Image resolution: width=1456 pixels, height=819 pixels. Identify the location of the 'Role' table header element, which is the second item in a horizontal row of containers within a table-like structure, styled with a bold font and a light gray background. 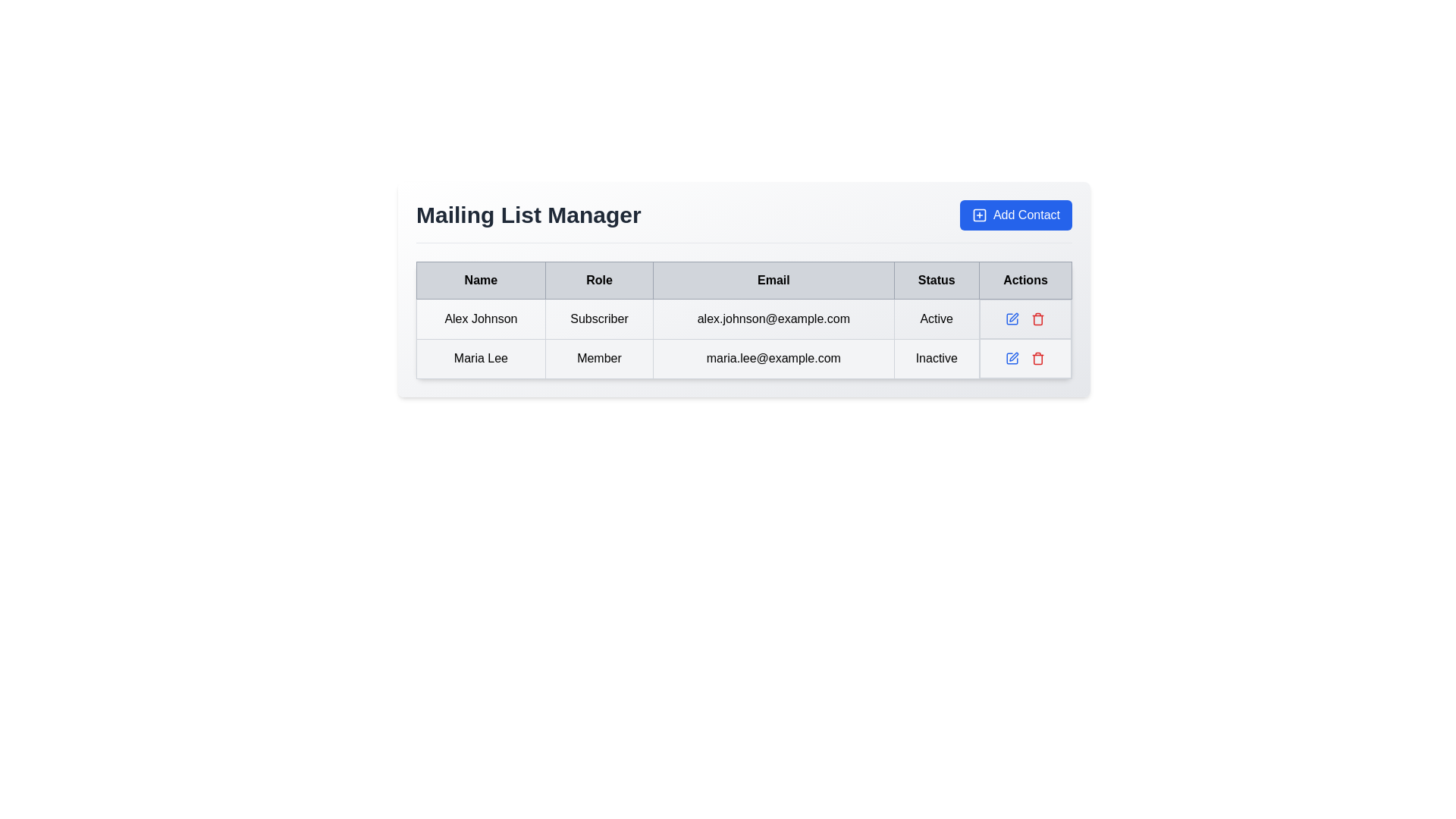
(598, 281).